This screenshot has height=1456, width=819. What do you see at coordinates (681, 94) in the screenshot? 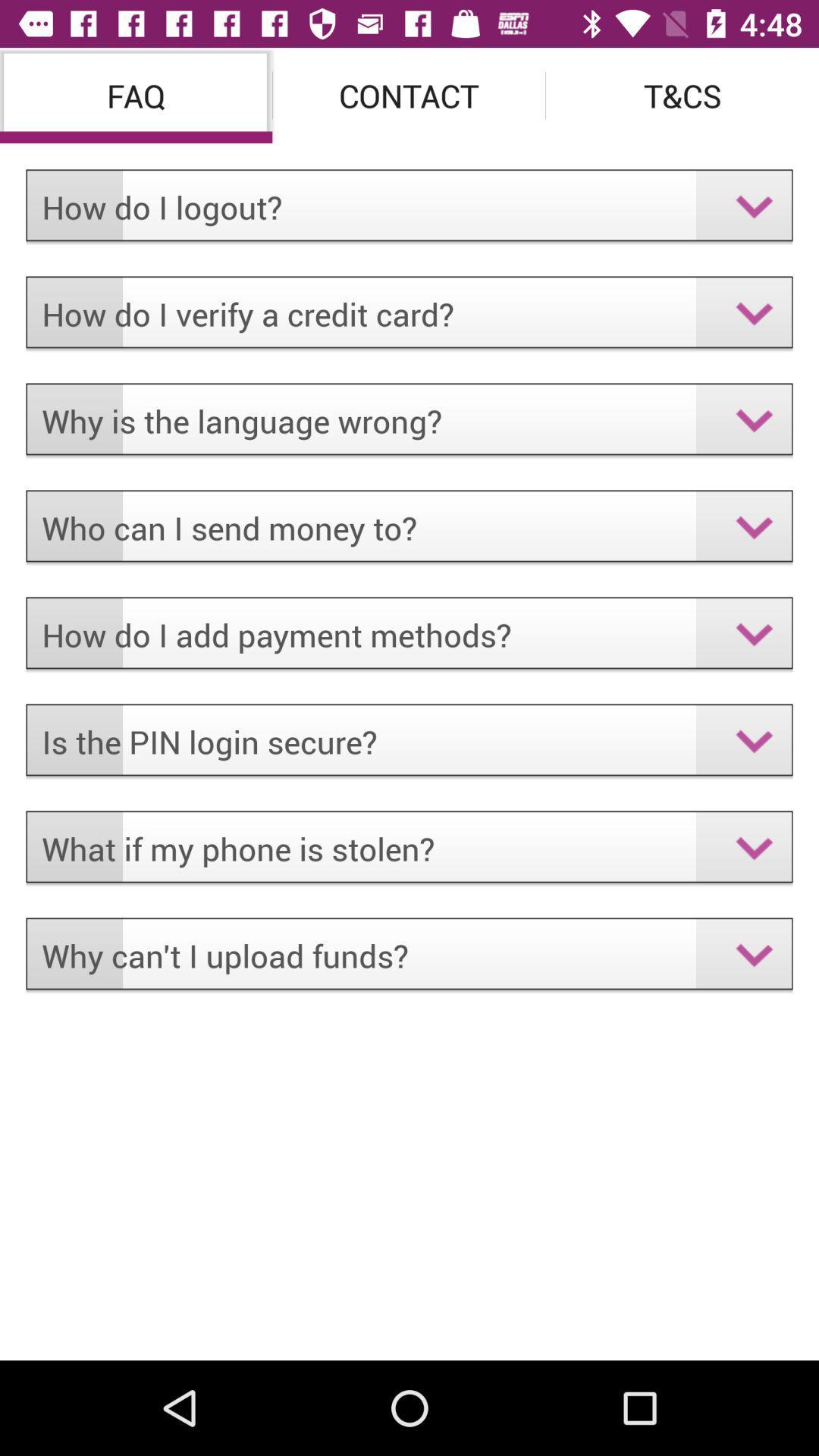
I see `the item next to contact icon` at bounding box center [681, 94].